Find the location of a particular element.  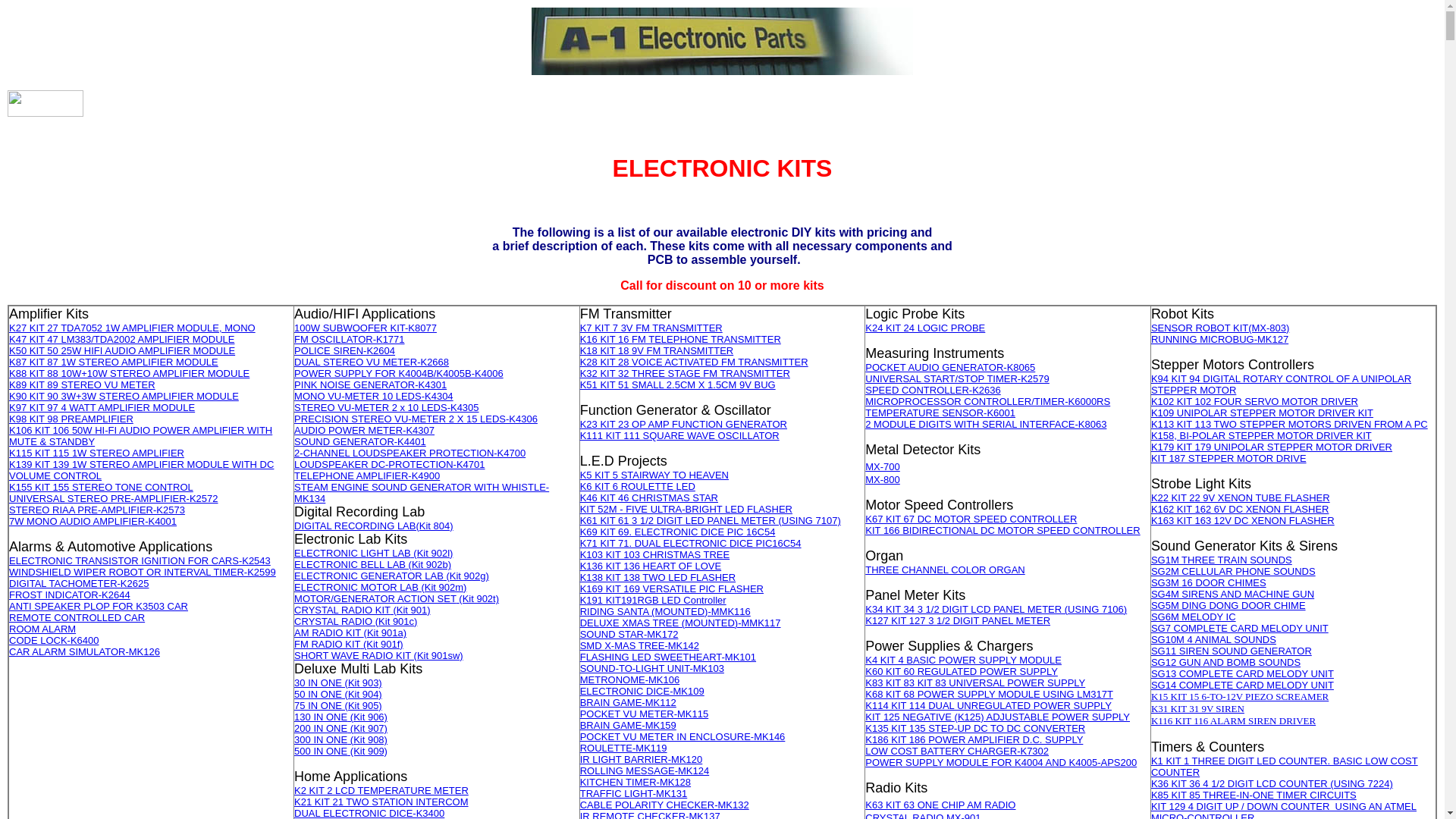

'DUAL STEREO VU METER-K2668' is located at coordinates (371, 362).